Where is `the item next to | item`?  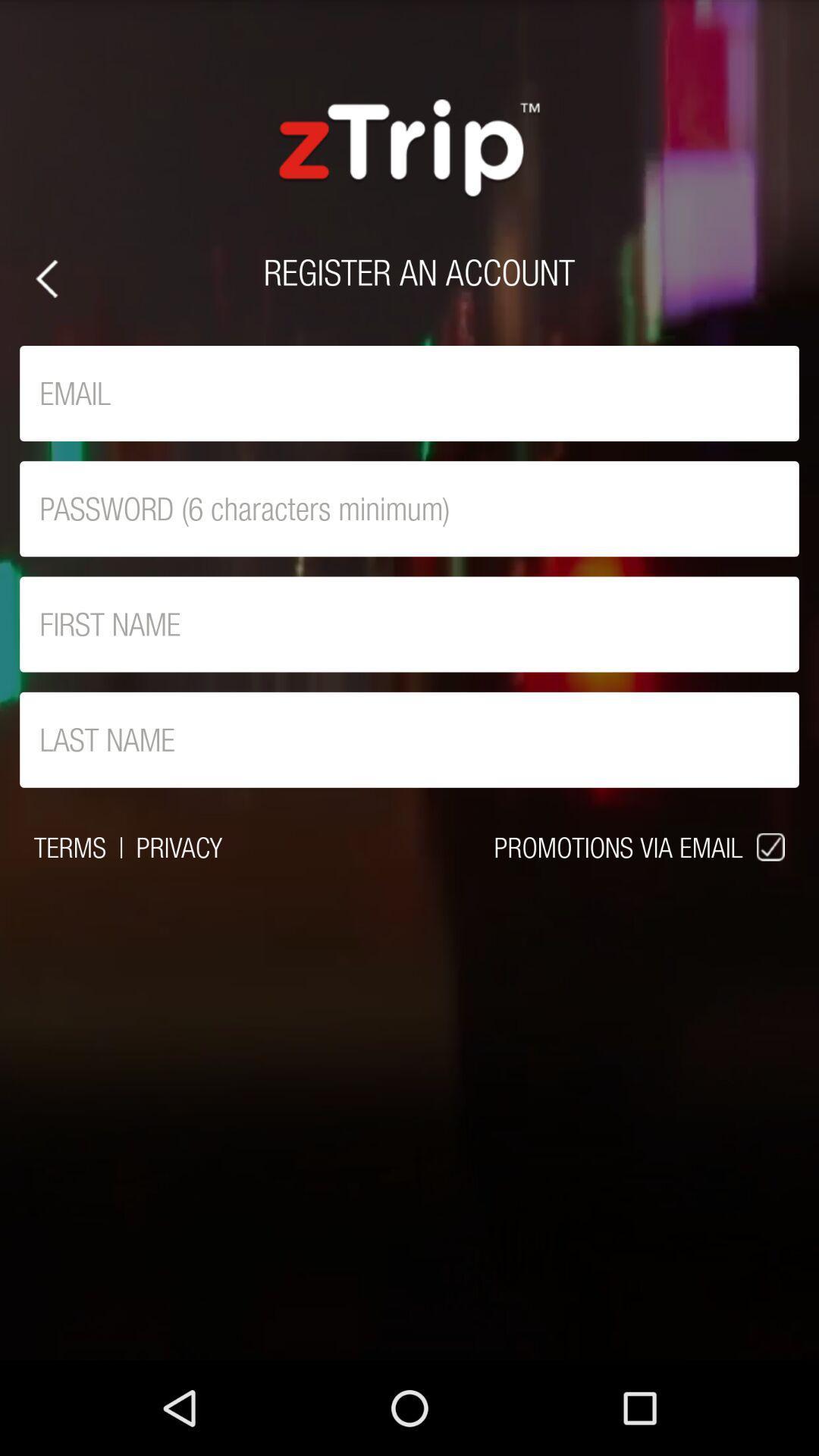
the item next to | item is located at coordinates (70, 846).